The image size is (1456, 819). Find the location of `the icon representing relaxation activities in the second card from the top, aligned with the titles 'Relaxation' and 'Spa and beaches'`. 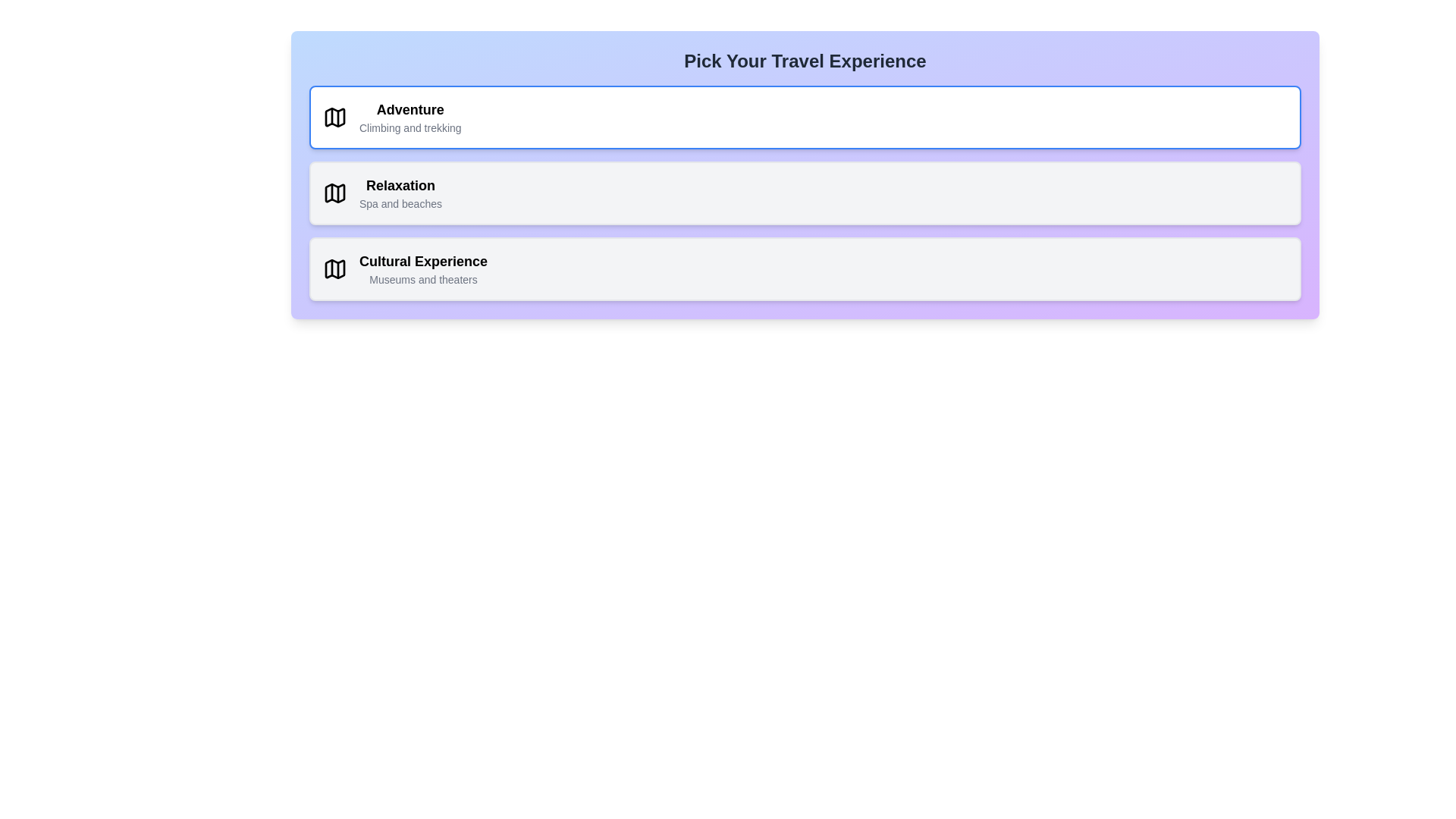

the icon representing relaxation activities in the second card from the top, aligned with the titles 'Relaxation' and 'Spa and beaches' is located at coordinates (334, 192).